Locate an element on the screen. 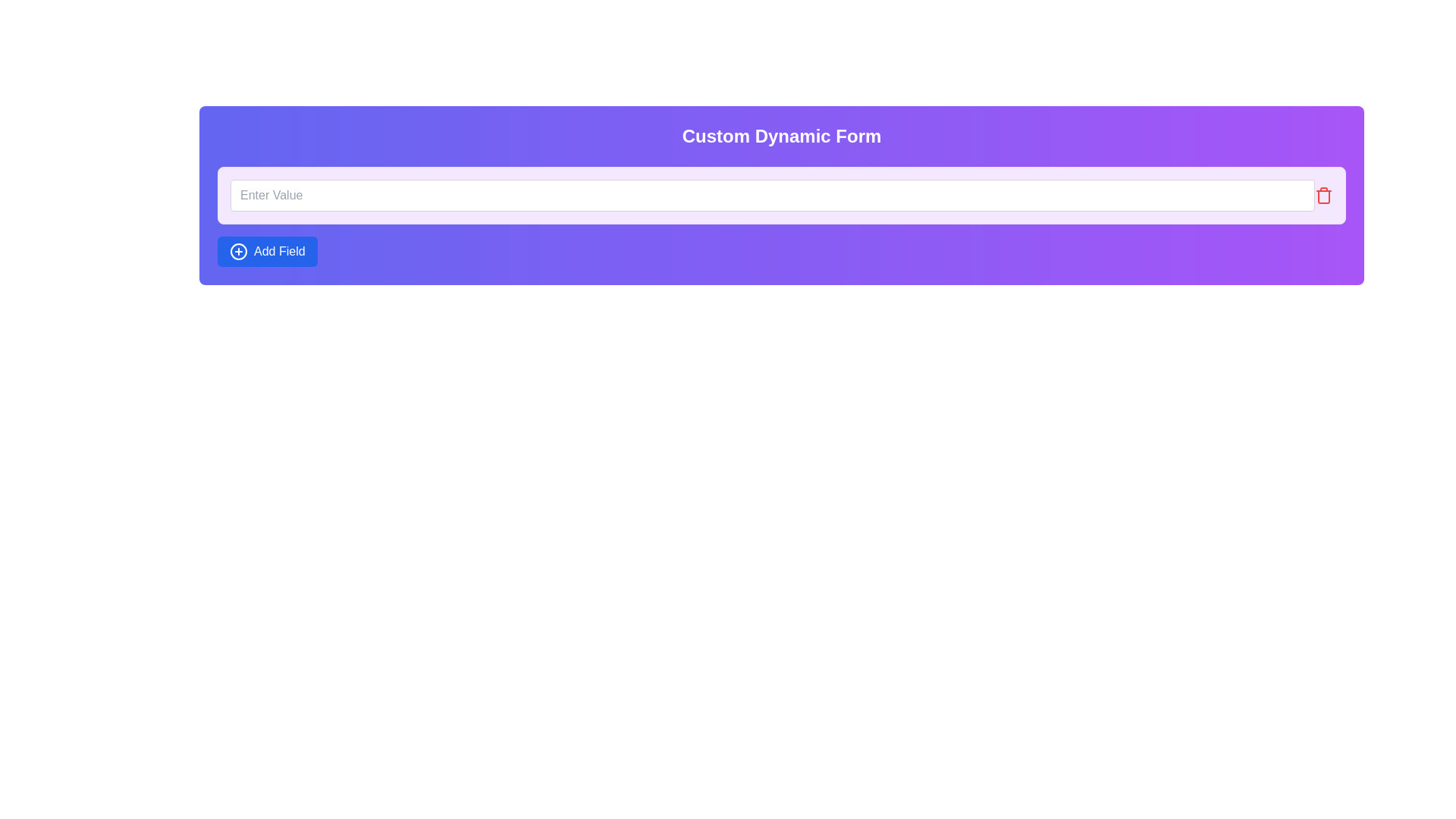  the trash icon, which is a red button located at the far right end of a horizontal input field is located at coordinates (1323, 195).